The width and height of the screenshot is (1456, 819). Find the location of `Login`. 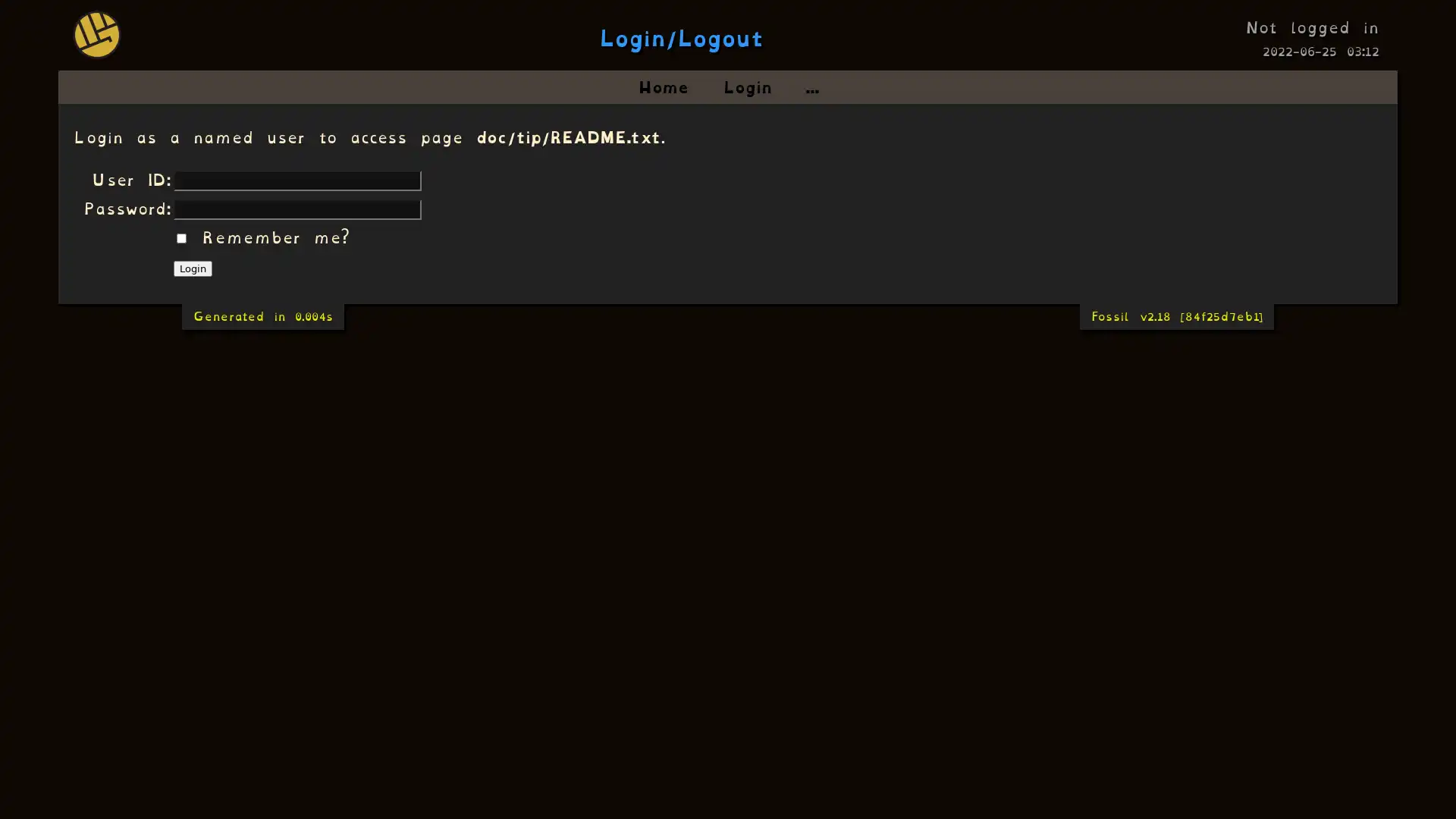

Login is located at coordinates (192, 268).